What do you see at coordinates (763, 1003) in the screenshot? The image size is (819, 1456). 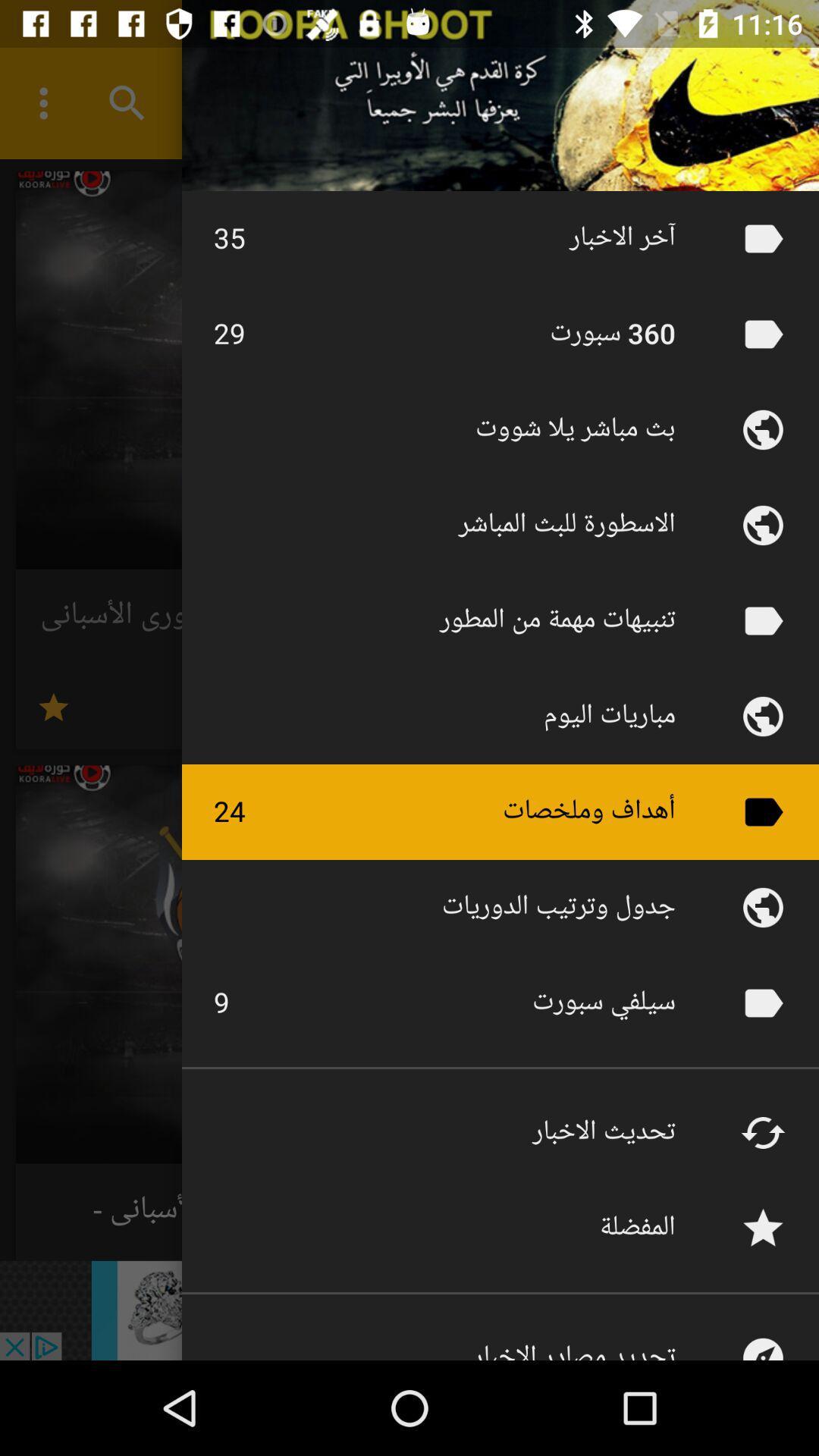 I see `the button above the refresh button on the web page` at bounding box center [763, 1003].